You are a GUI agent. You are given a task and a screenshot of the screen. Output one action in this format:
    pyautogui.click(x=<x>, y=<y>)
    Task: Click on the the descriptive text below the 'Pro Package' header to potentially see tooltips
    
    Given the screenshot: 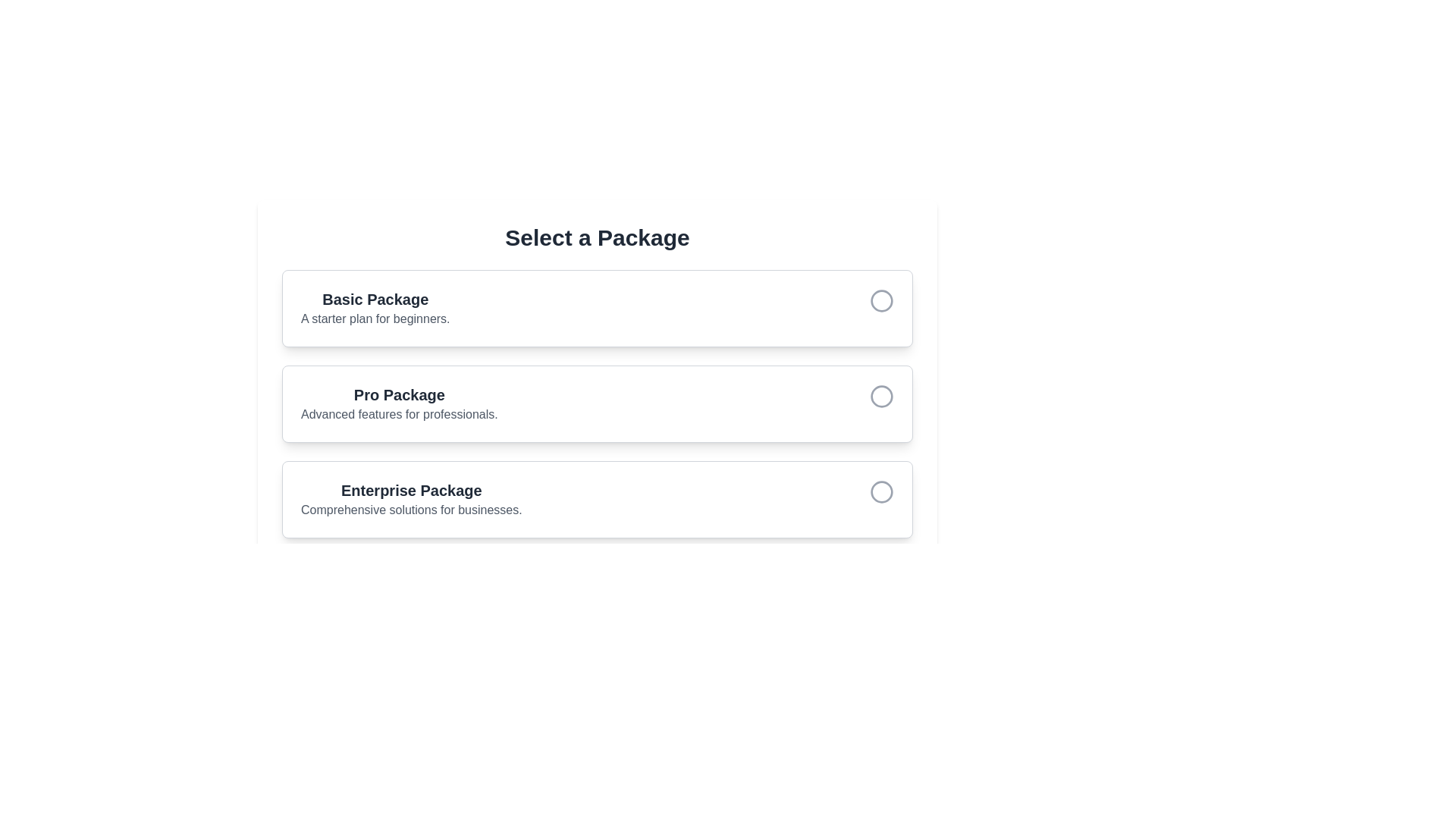 What is the action you would take?
    pyautogui.click(x=399, y=415)
    